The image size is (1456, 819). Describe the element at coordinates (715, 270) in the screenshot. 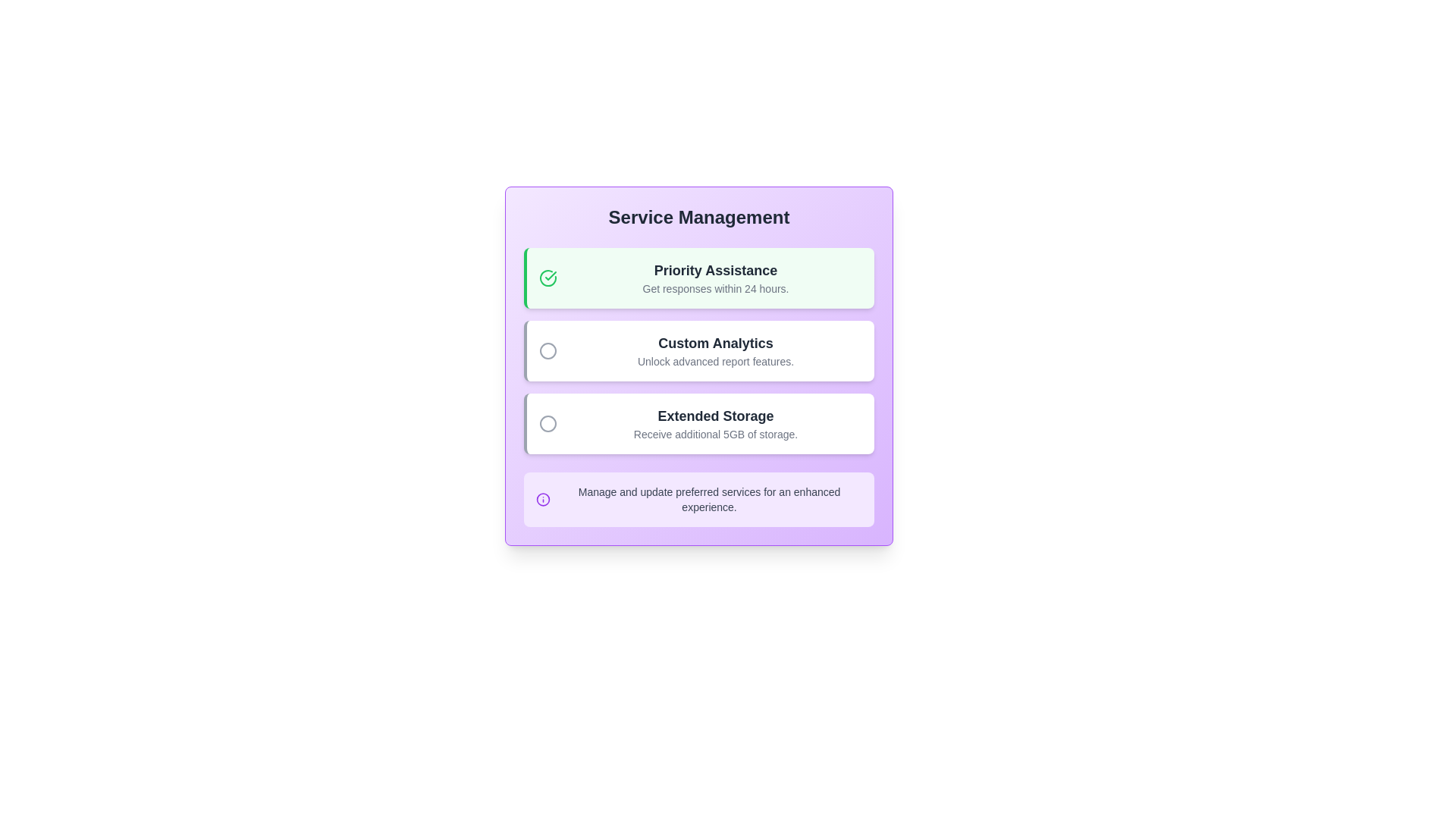

I see `the 'Priority Assistance' text label, which is displayed in a larger bold font and is dark gray, positioned above the text 'Get responses within 24 hours.'` at that location.